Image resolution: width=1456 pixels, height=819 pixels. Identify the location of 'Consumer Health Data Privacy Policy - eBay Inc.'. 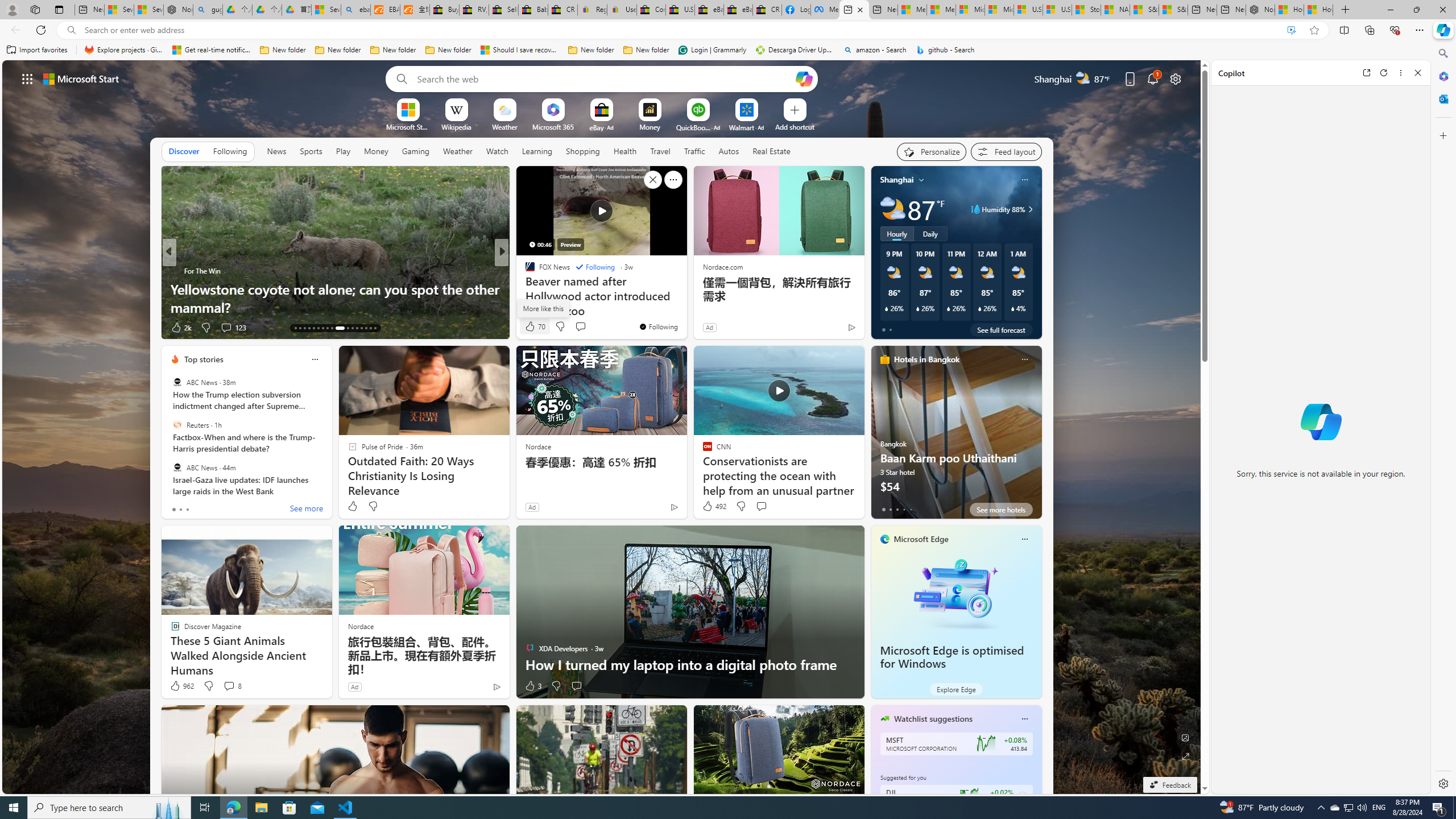
(651, 9).